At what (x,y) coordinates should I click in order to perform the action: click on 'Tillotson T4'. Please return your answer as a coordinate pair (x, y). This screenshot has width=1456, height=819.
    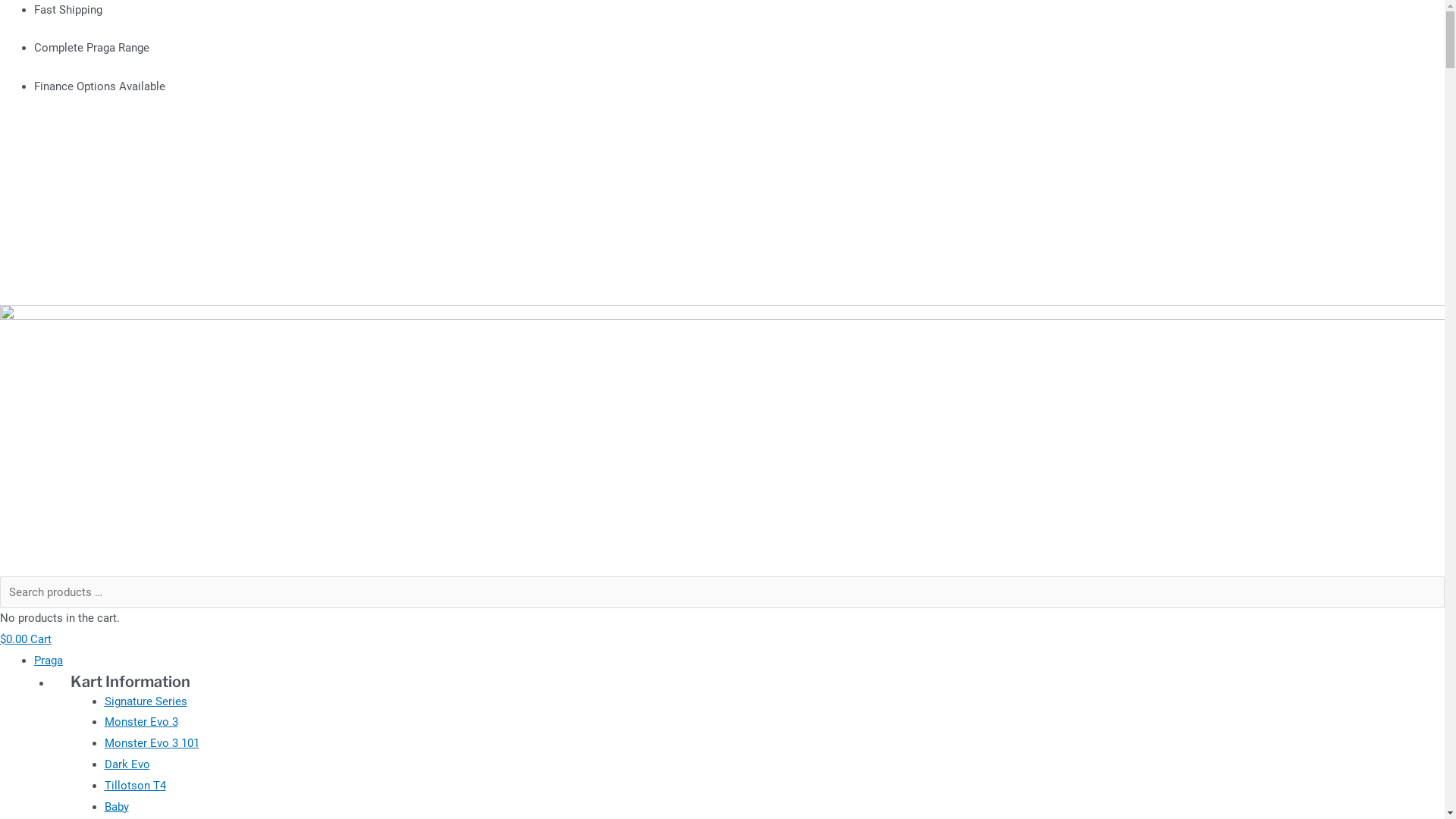
    Looking at the image, I should click on (135, 785).